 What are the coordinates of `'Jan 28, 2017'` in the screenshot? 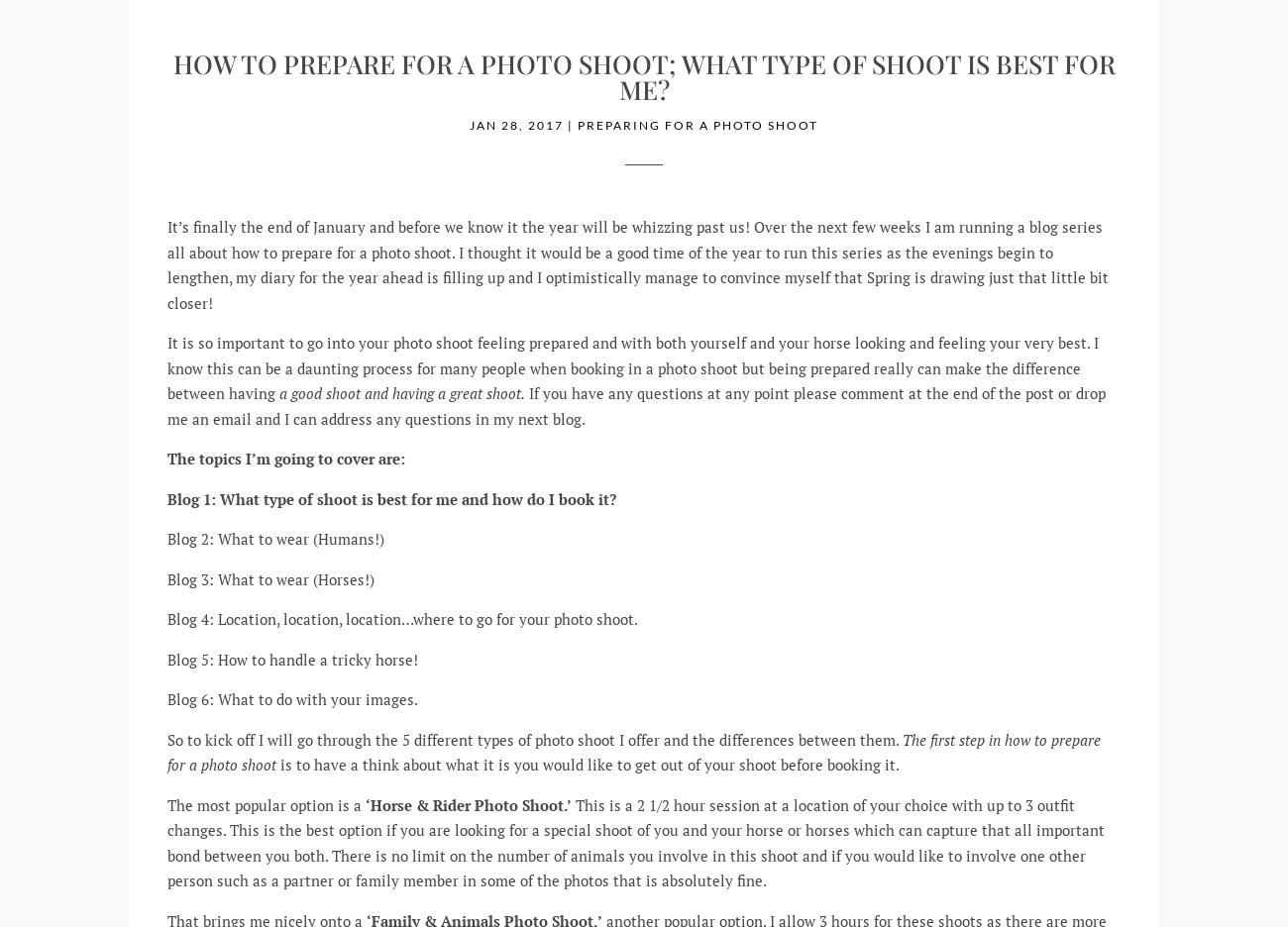 It's located at (468, 125).